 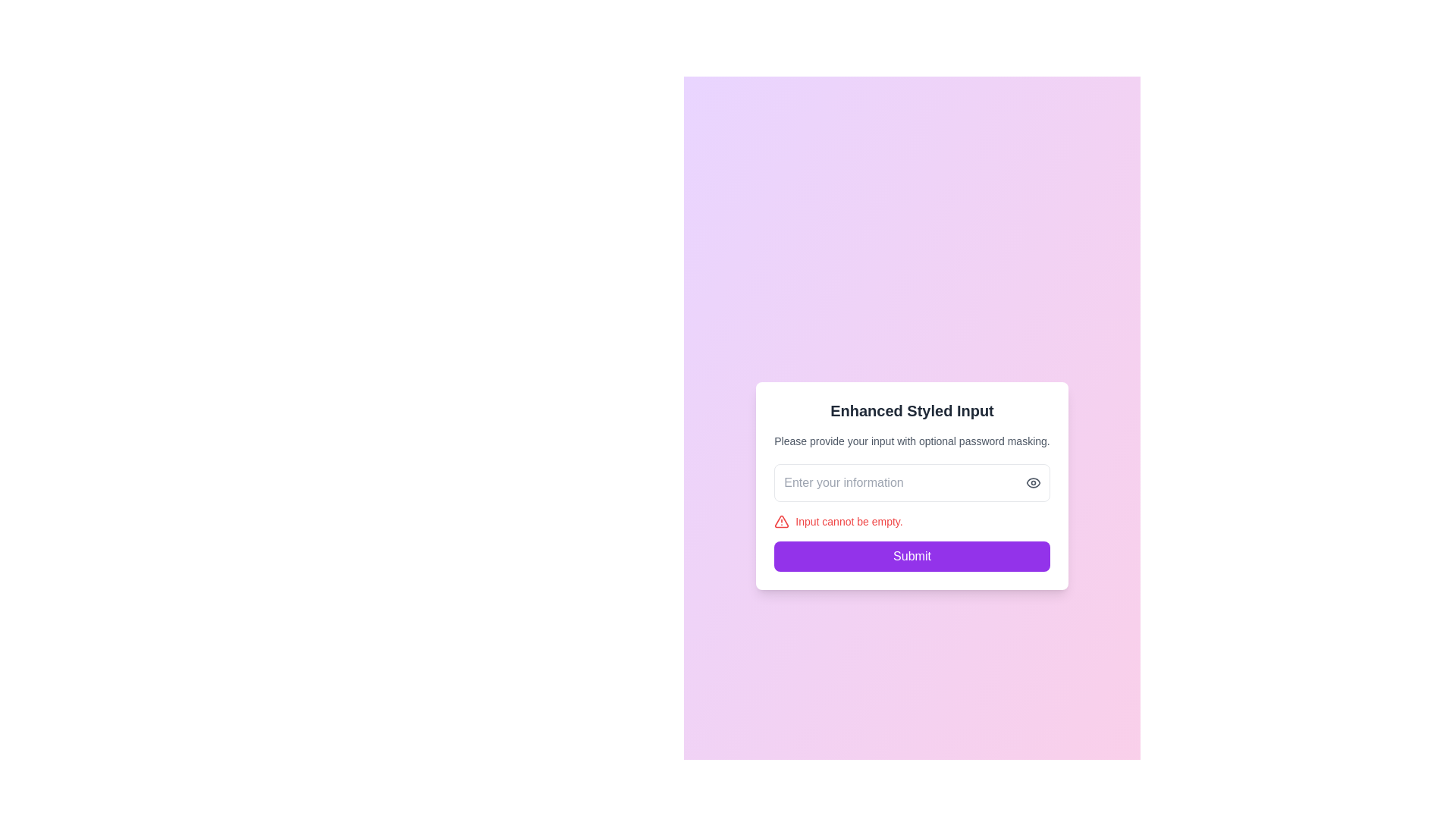 What do you see at coordinates (848, 520) in the screenshot?
I see `the feedback text label indicating that the input field should not be left empty` at bounding box center [848, 520].